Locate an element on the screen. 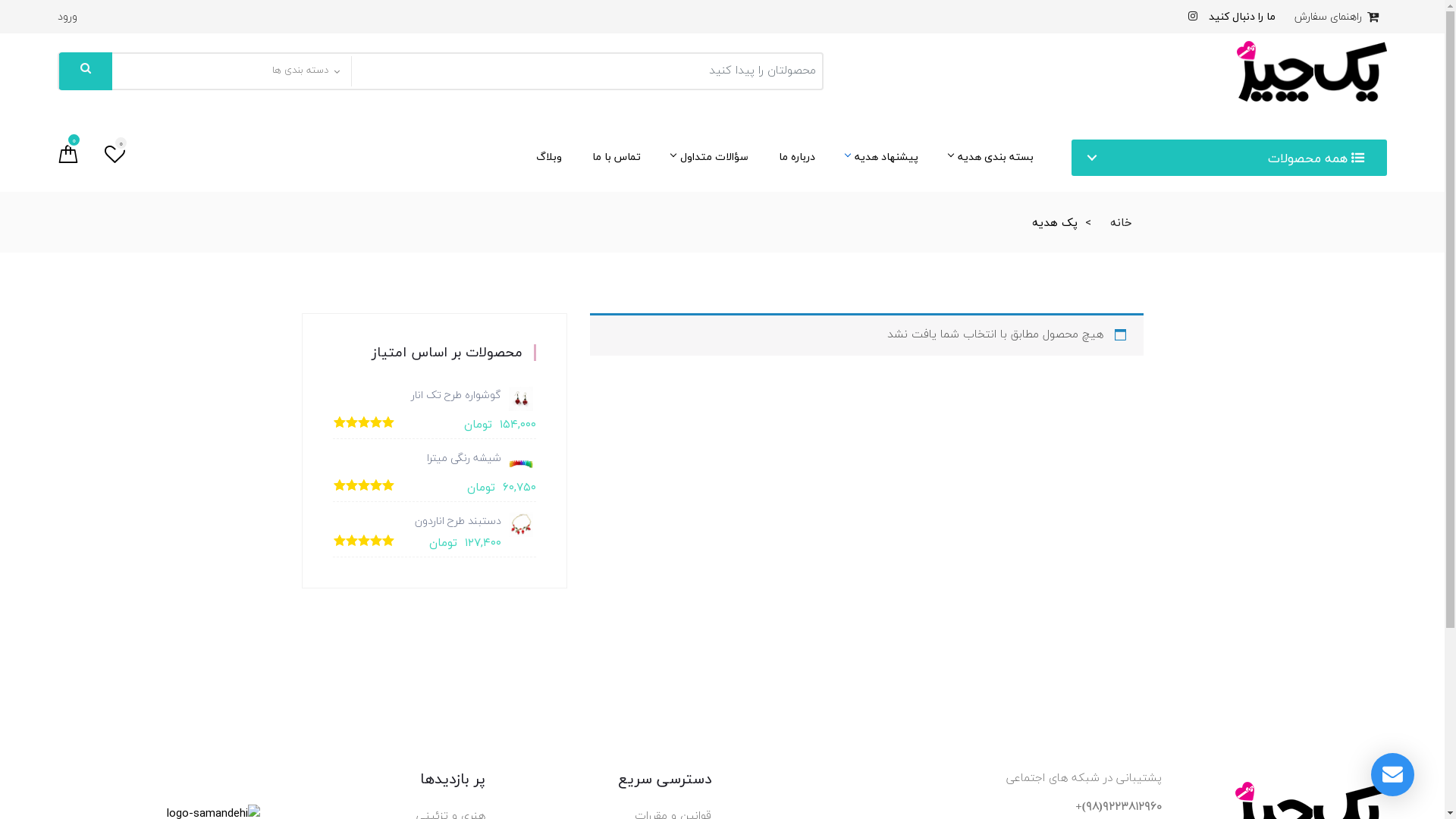 The image size is (1456, 819). '0' is located at coordinates (114, 156).